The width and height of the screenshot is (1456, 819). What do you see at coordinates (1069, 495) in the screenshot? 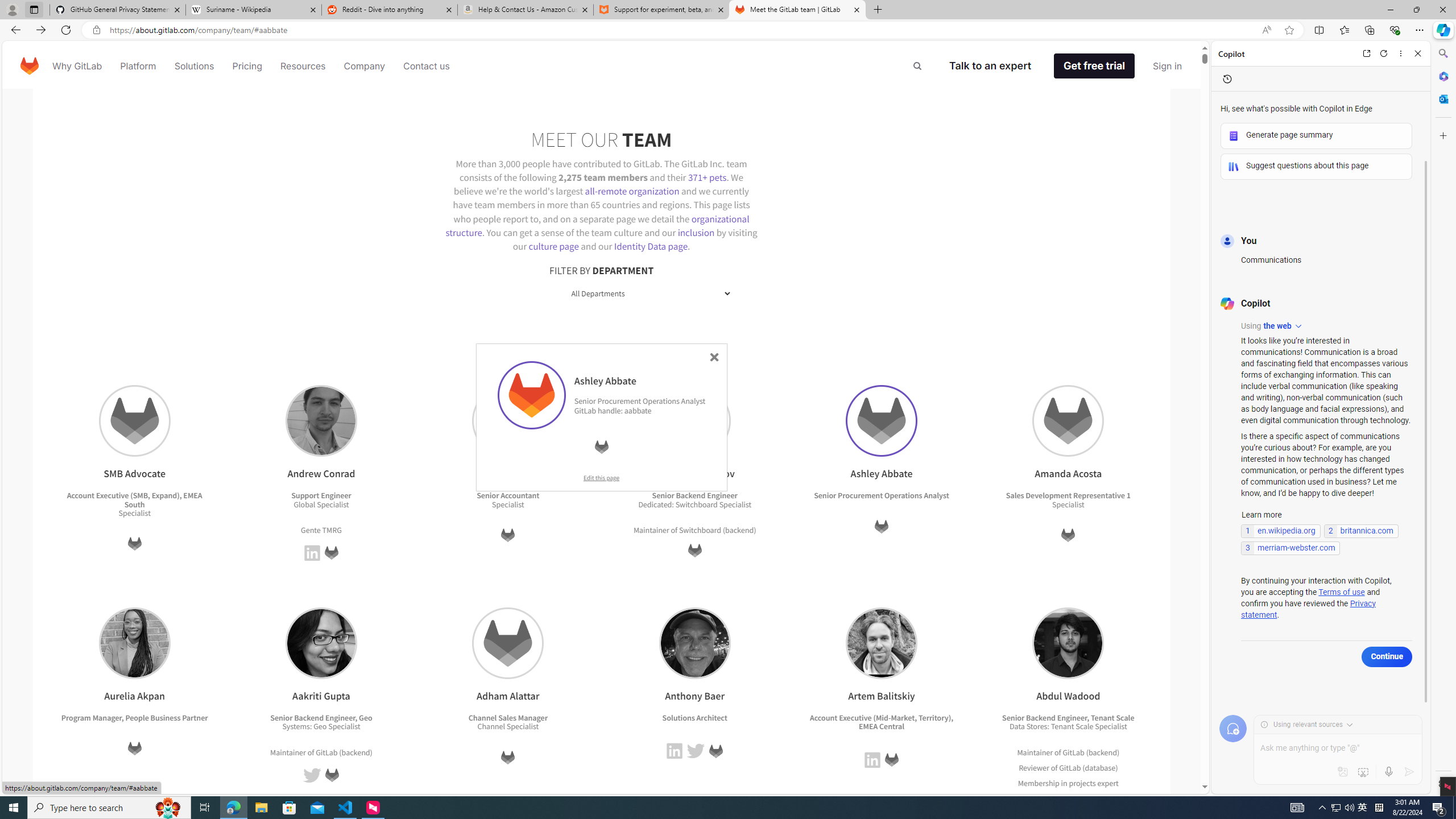
I see `'Sales Development Representative 1'` at bounding box center [1069, 495].